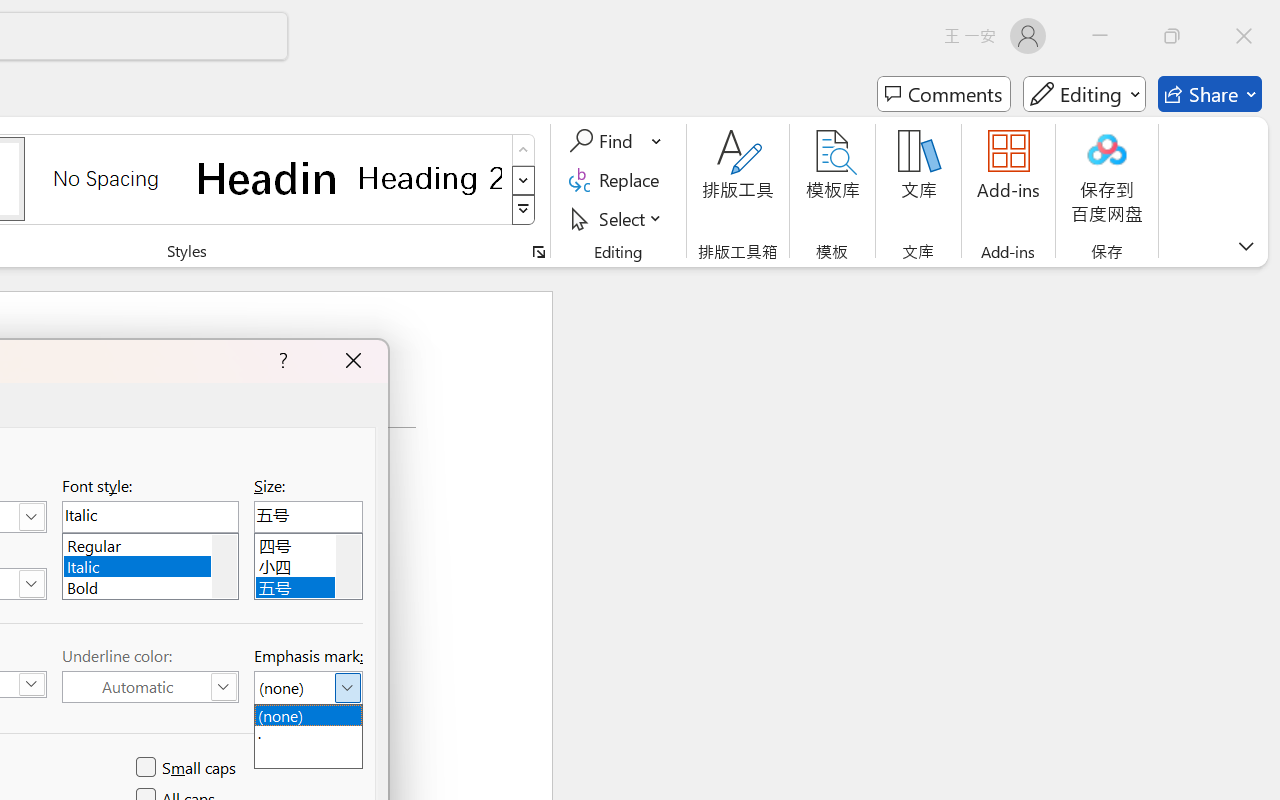  I want to click on '(none)', so click(307, 713).